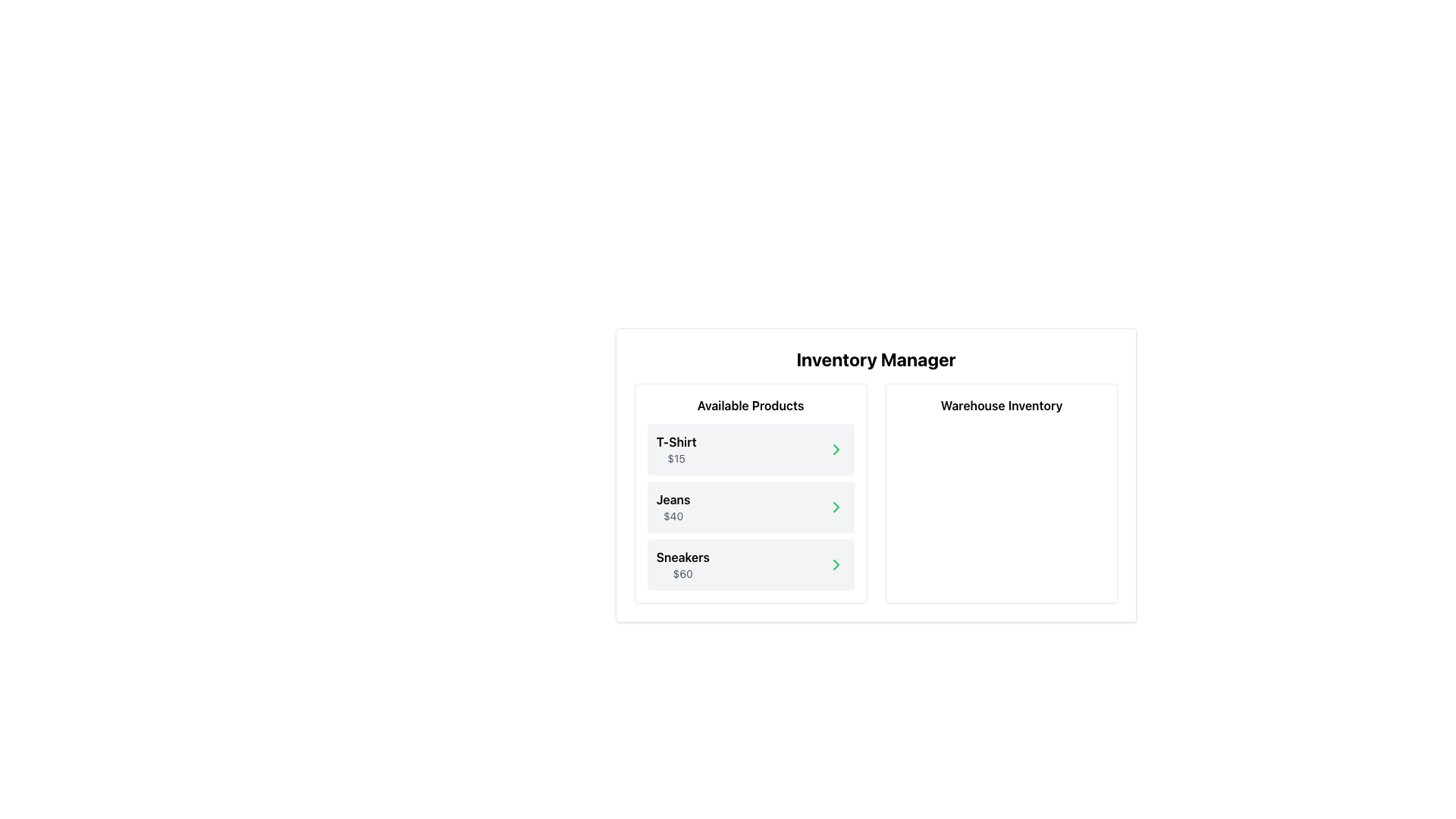 The width and height of the screenshot is (1456, 819). I want to click on the 'Sneakers' product item in the 'Available Products' section, so click(751, 564).